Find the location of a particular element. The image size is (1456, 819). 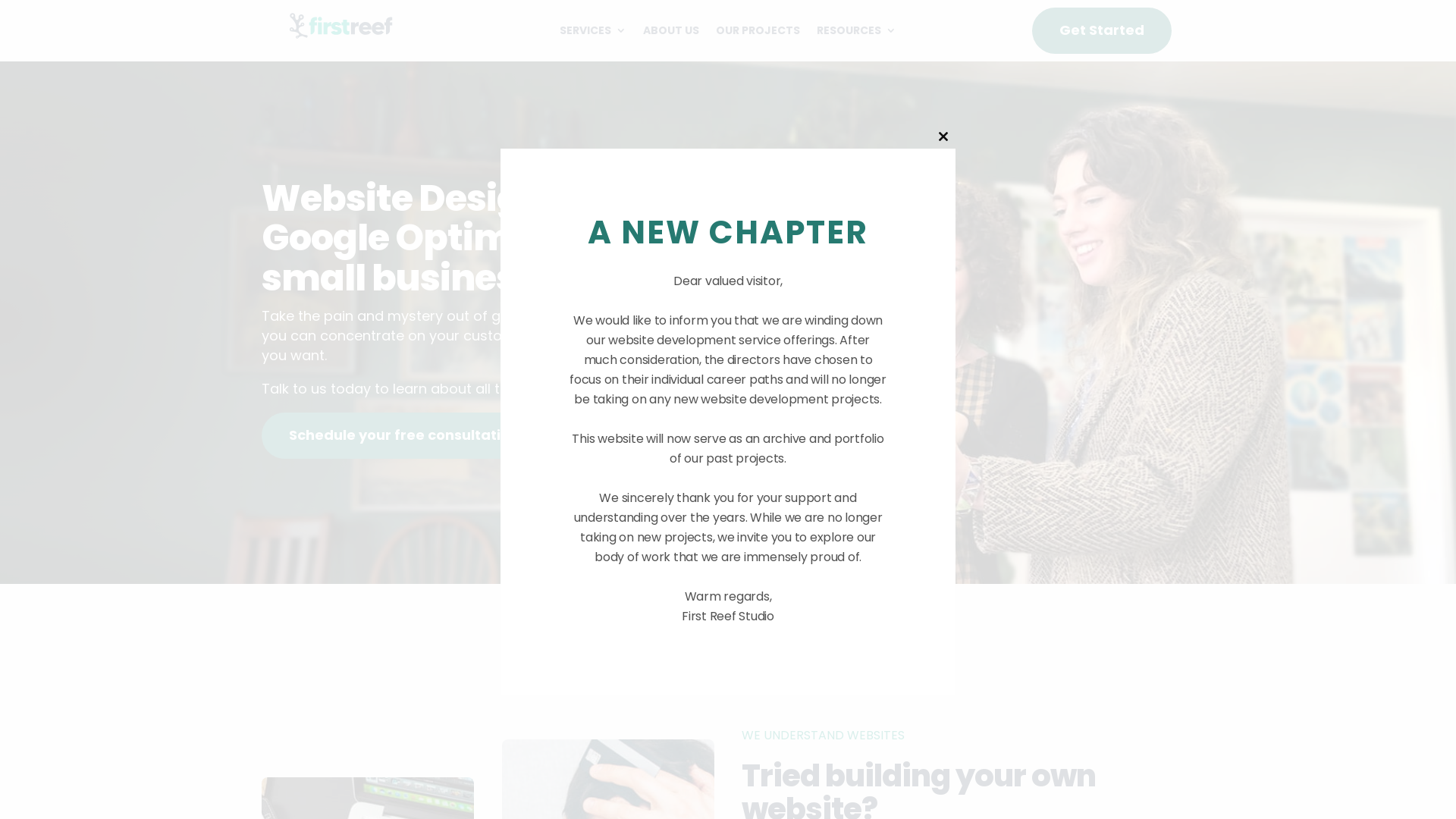

'ABOUT US' is located at coordinates (670, 33).